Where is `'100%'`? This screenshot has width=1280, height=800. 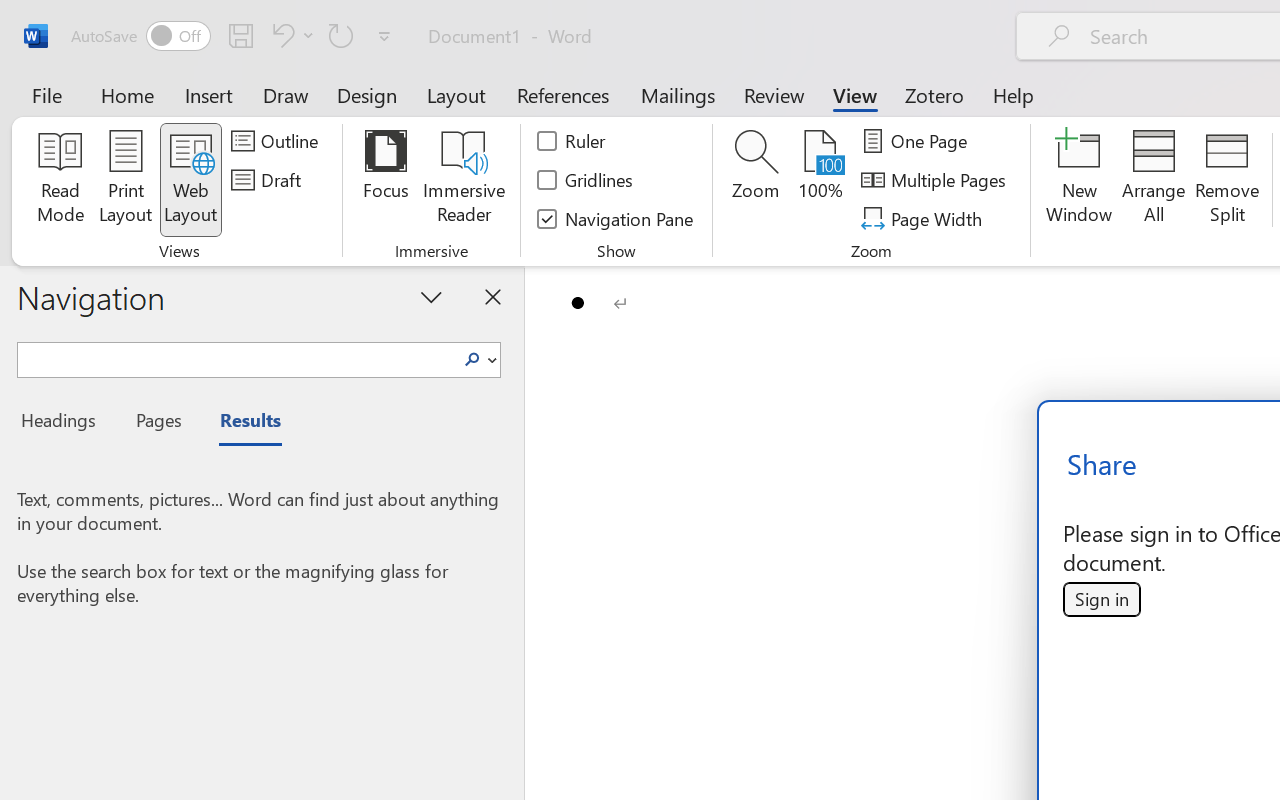
'100%' is located at coordinates (821, 179).